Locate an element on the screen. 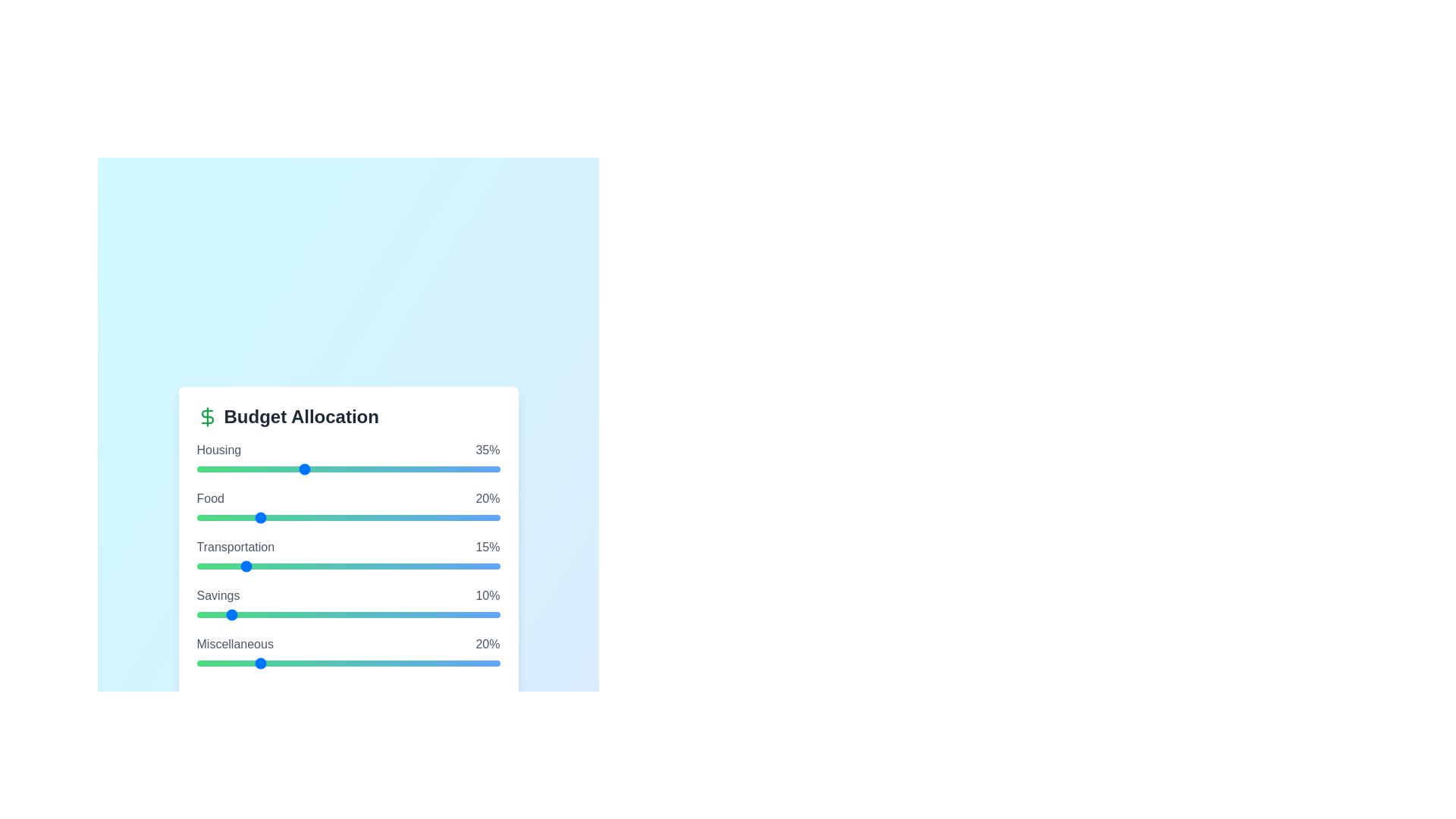  the category name Savings to focus on it is located at coordinates (218, 595).